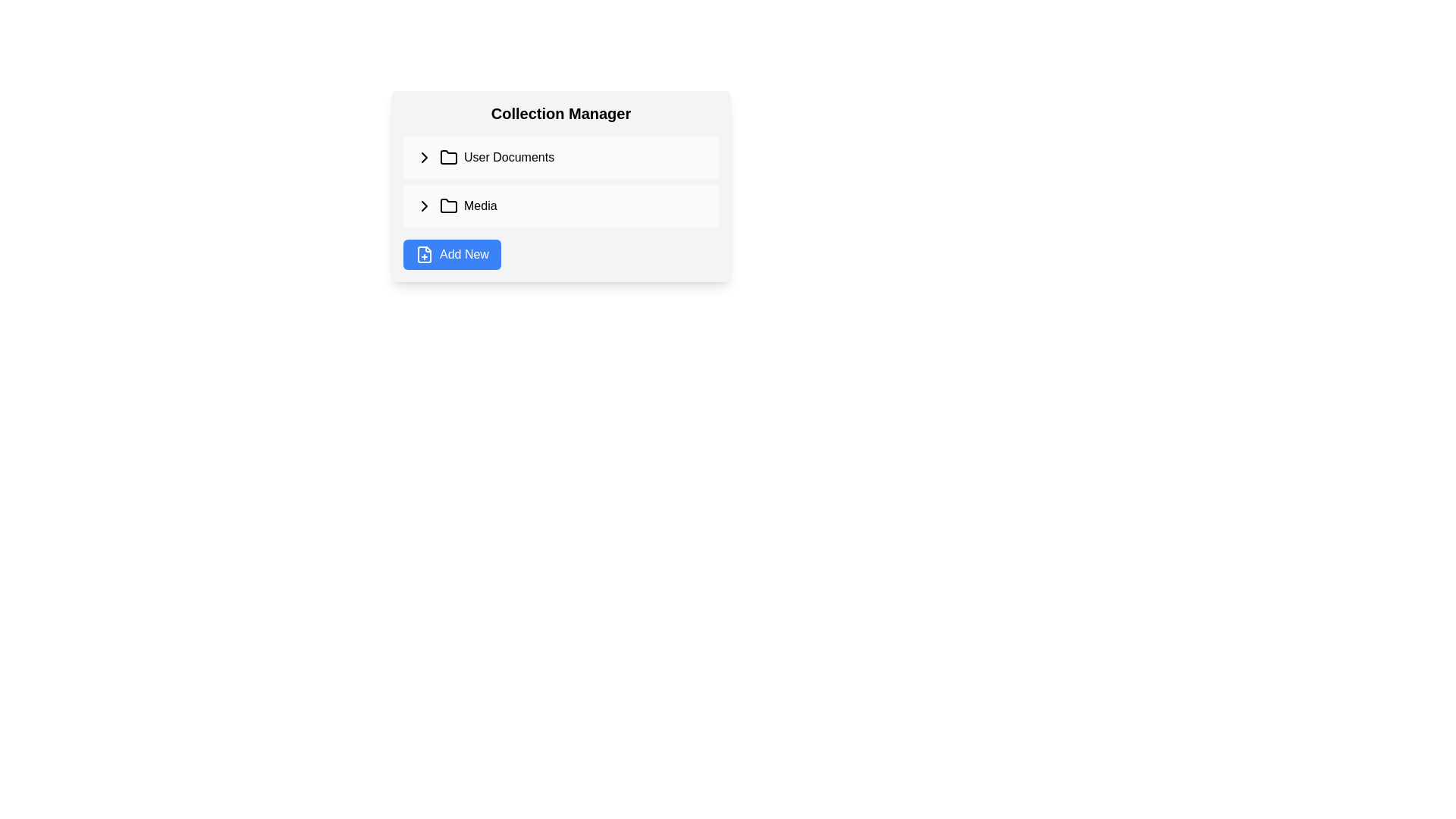 This screenshot has width=1456, height=819. What do you see at coordinates (447, 206) in the screenshot?
I see `the folder icon located to the left of the label 'Media' in the second row of the 'Collection Manager'` at bounding box center [447, 206].